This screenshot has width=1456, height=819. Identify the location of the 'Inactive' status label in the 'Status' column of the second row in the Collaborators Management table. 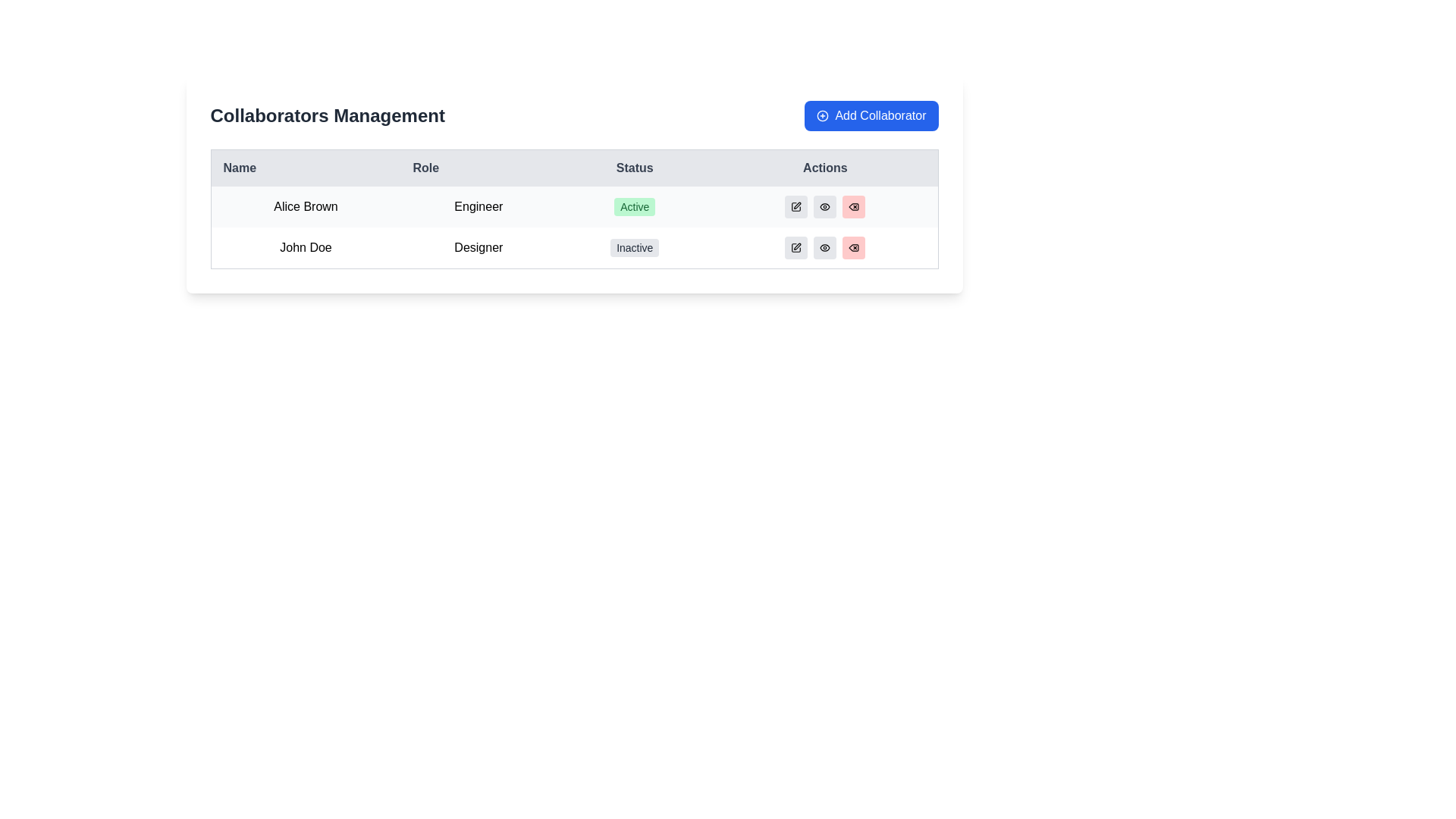
(635, 247).